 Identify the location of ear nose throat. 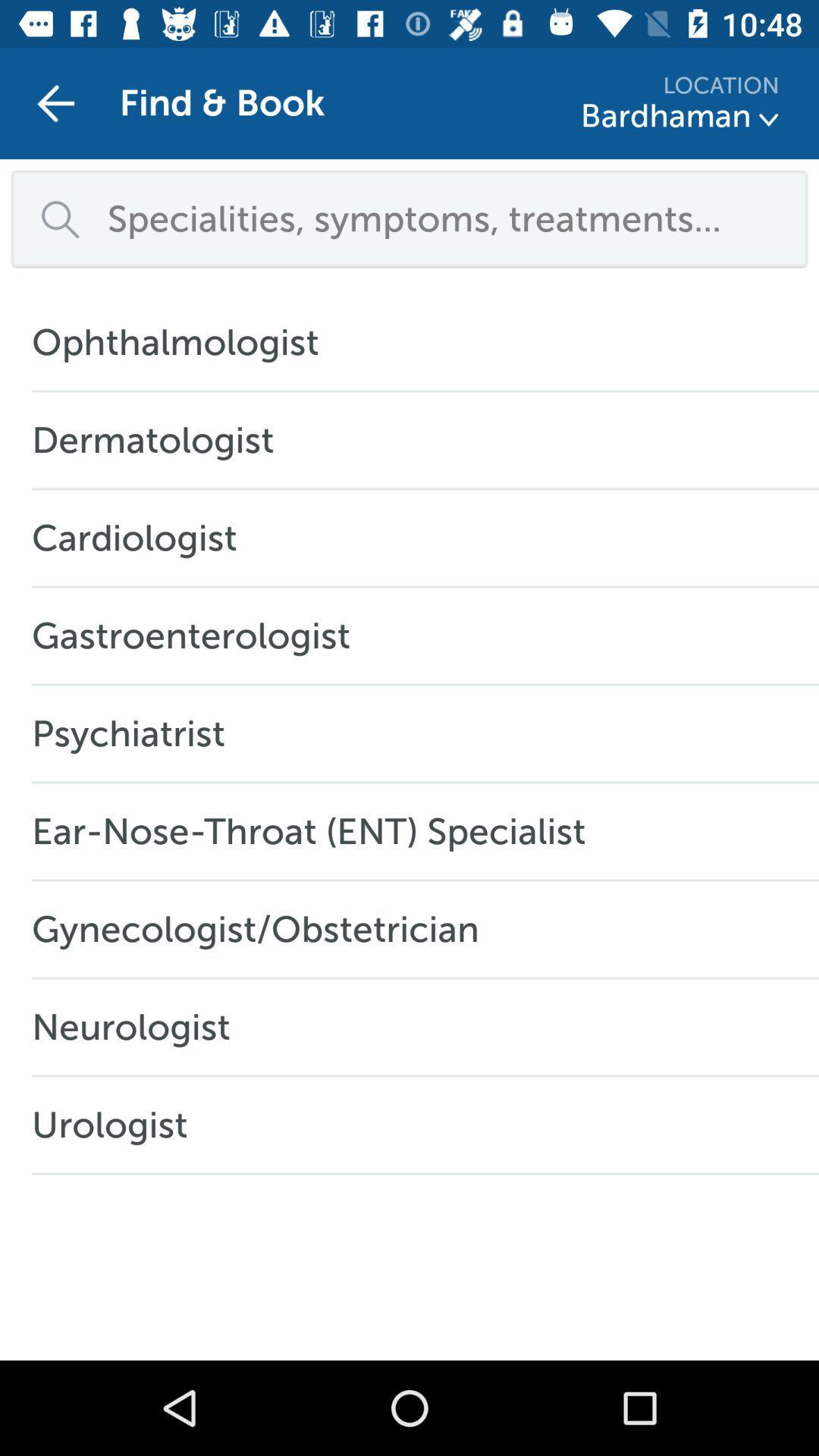
(315, 830).